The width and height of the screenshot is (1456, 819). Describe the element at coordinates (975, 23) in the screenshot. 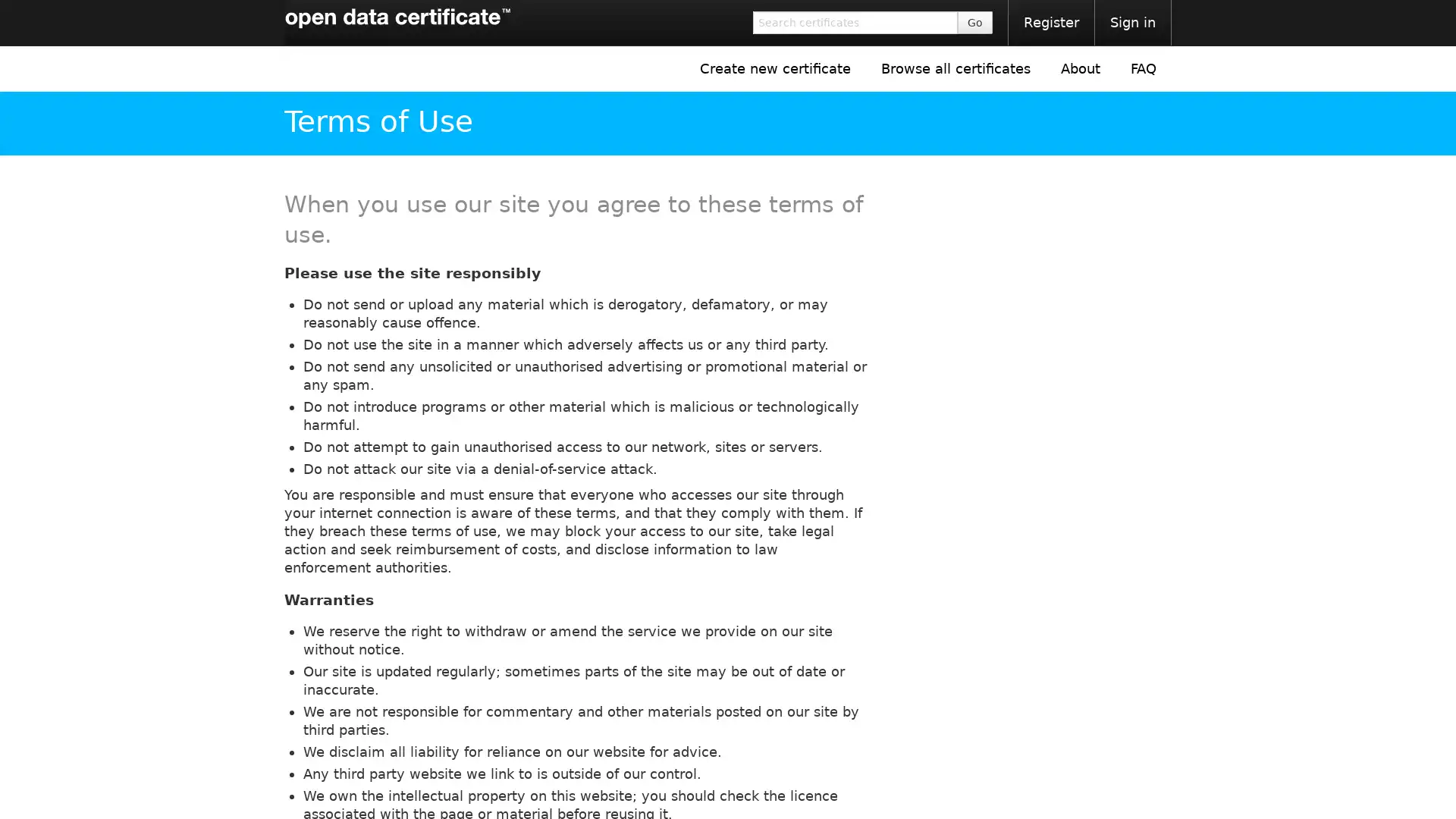

I see `Go` at that location.